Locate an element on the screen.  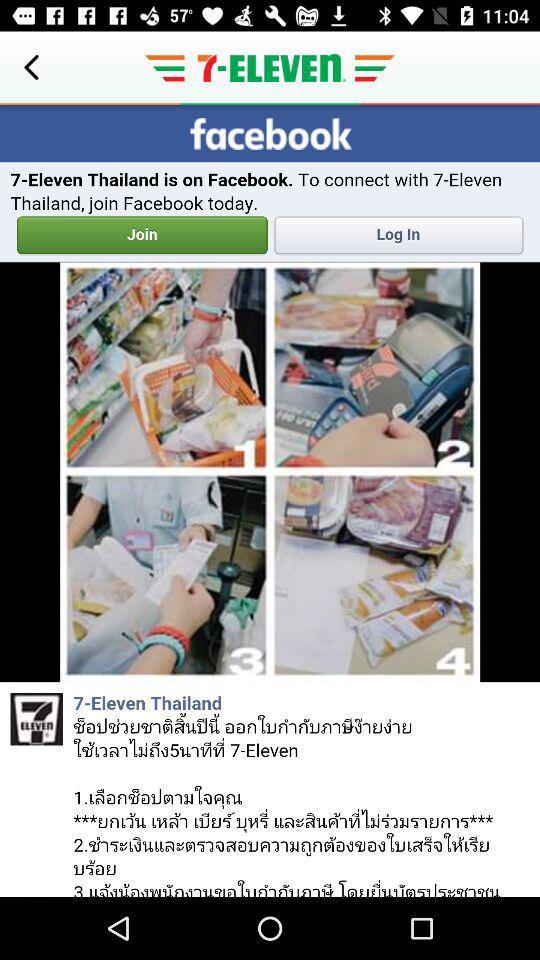
display screen is located at coordinates (270, 500).